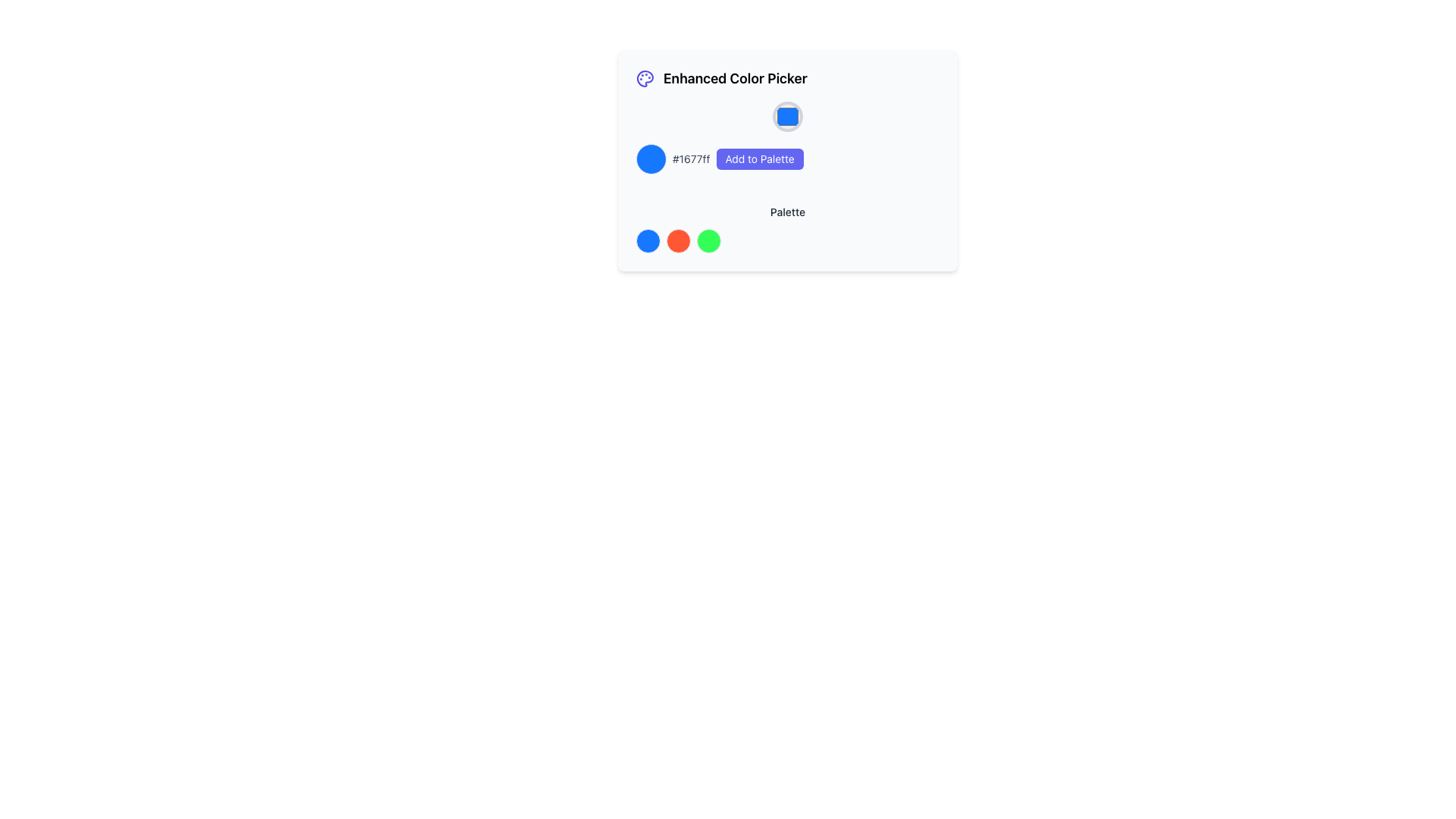 Image resolution: width=1456 pixels, height=819 pixels. Describe the element at coordinates (787, 116) in the screenshot. I see `the circular blue button with a gray border, located in the color selection interface` at that location.